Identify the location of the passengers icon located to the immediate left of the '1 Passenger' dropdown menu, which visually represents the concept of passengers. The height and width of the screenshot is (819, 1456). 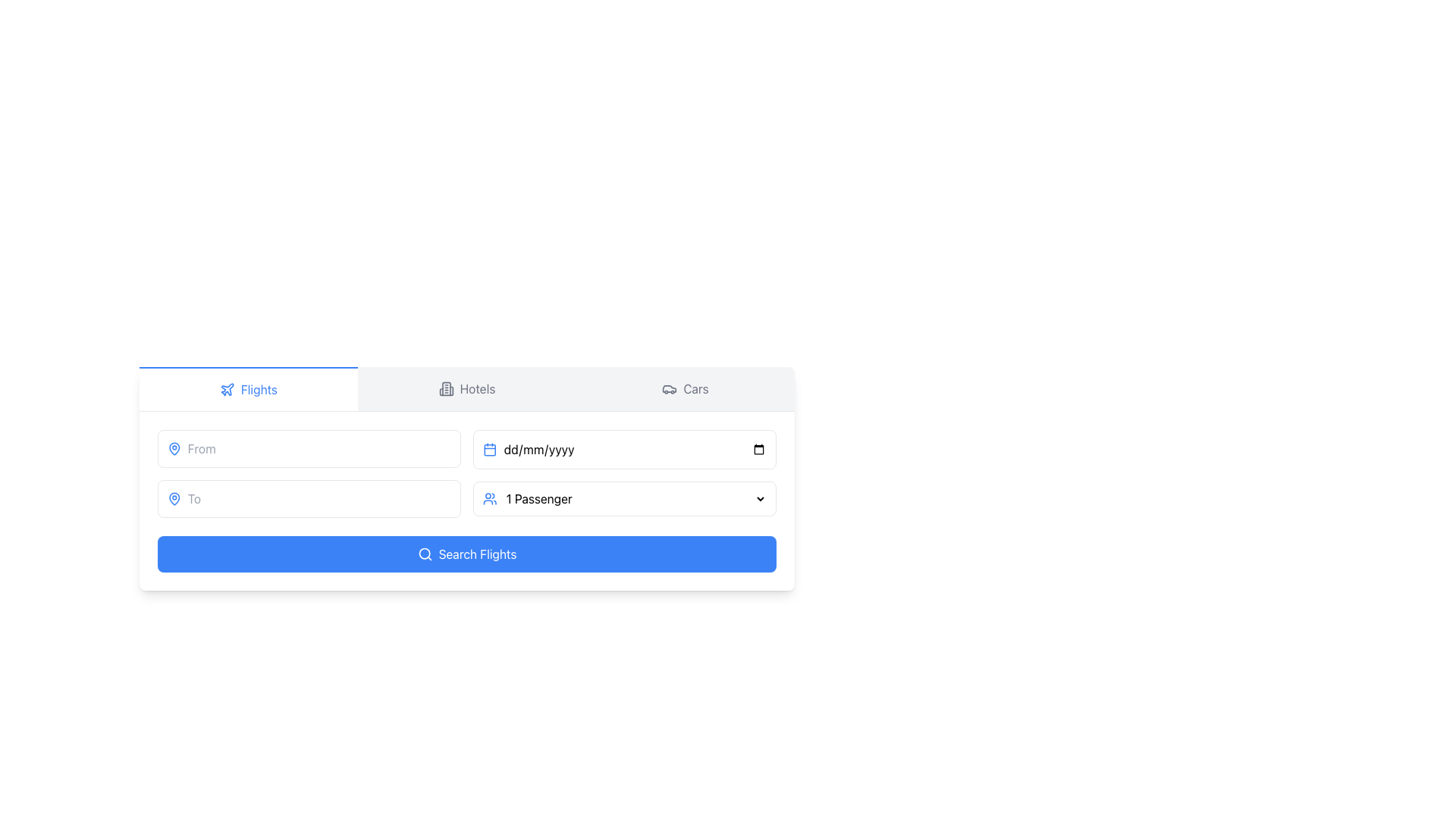
(490, 499).